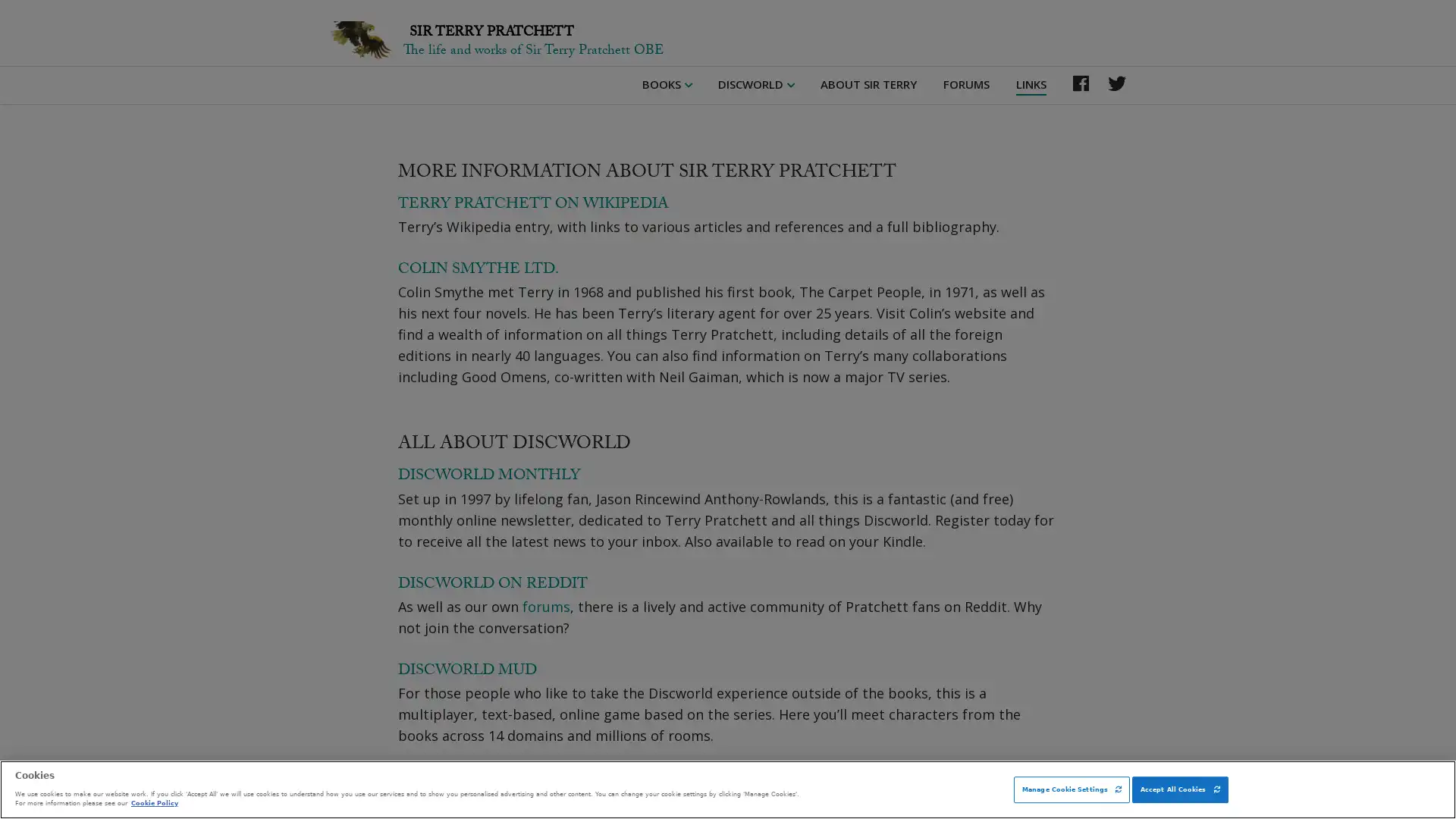  What do you see at coordinates (1071, 789) in the screenshot?
I see `Manage Cookie Settings` at bounding box center [1071, 789].